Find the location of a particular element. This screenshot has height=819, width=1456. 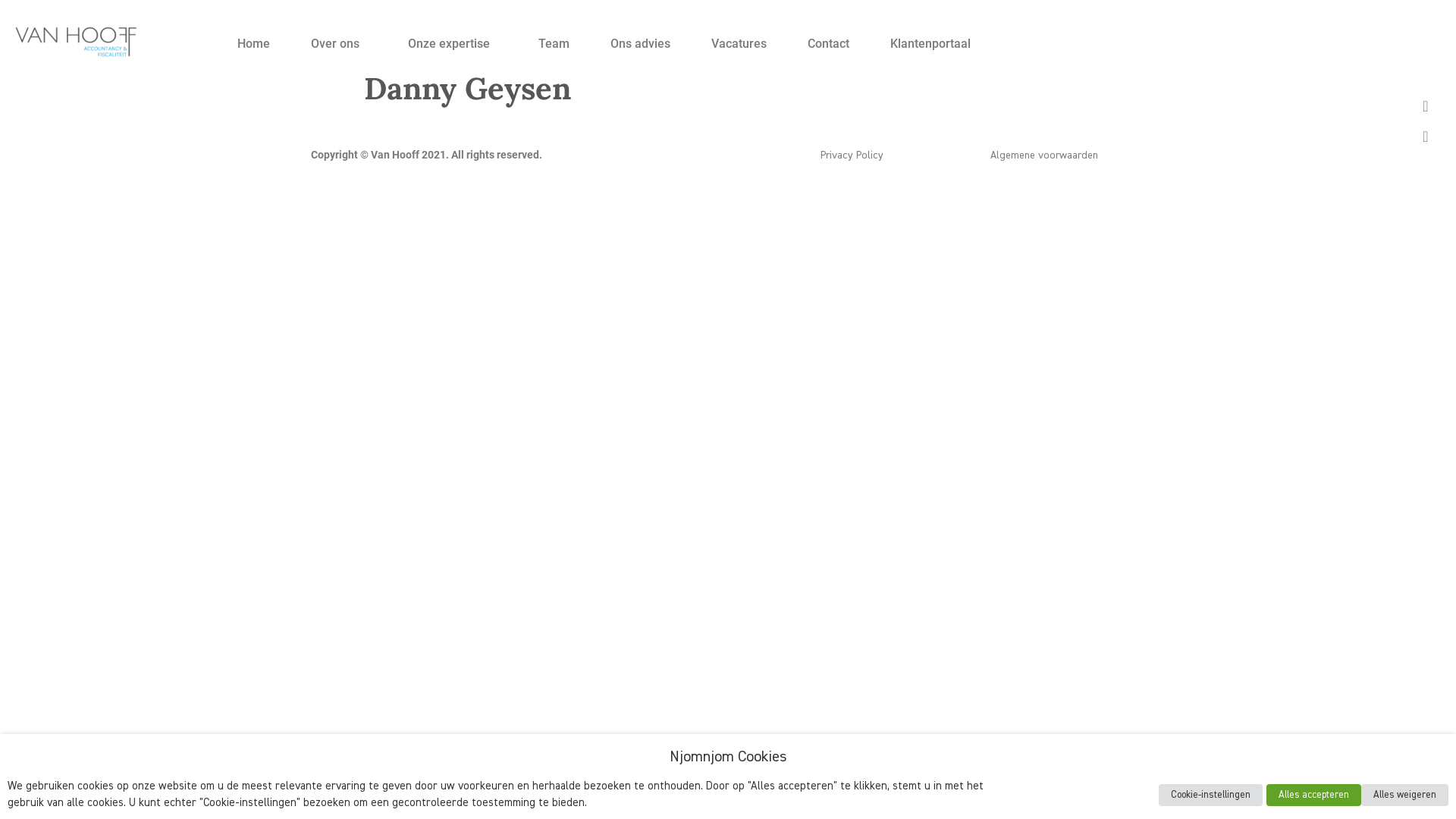

'Algemene voorwaarden' is located at coordinates (990, 155).